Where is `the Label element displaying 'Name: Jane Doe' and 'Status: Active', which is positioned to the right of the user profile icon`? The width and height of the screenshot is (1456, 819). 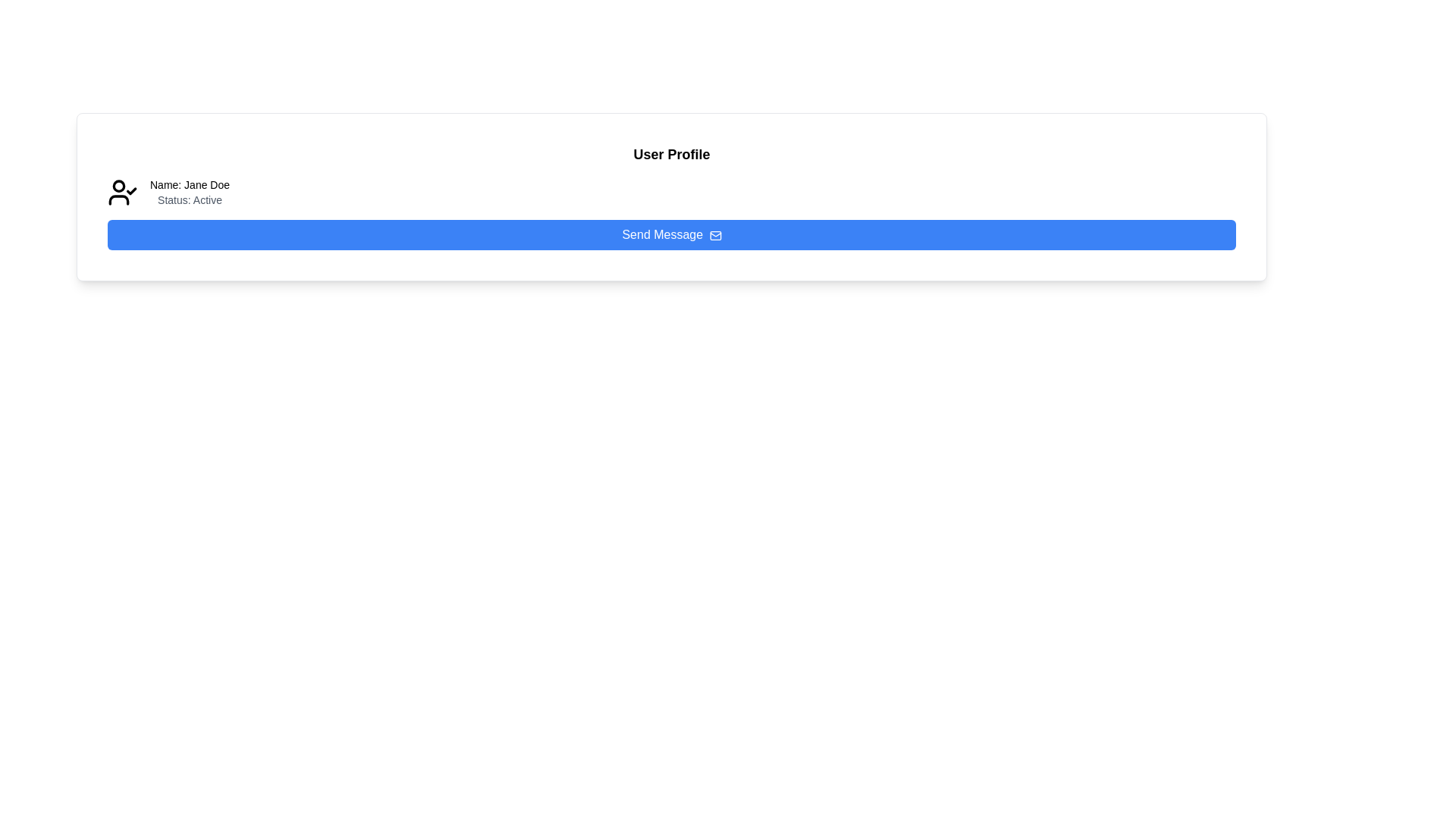 the Label element displaying 'Name: Jane Doe' and 'Status: Active', which is positioned to the right of the user profile icon is located at coordinates (189, 192).